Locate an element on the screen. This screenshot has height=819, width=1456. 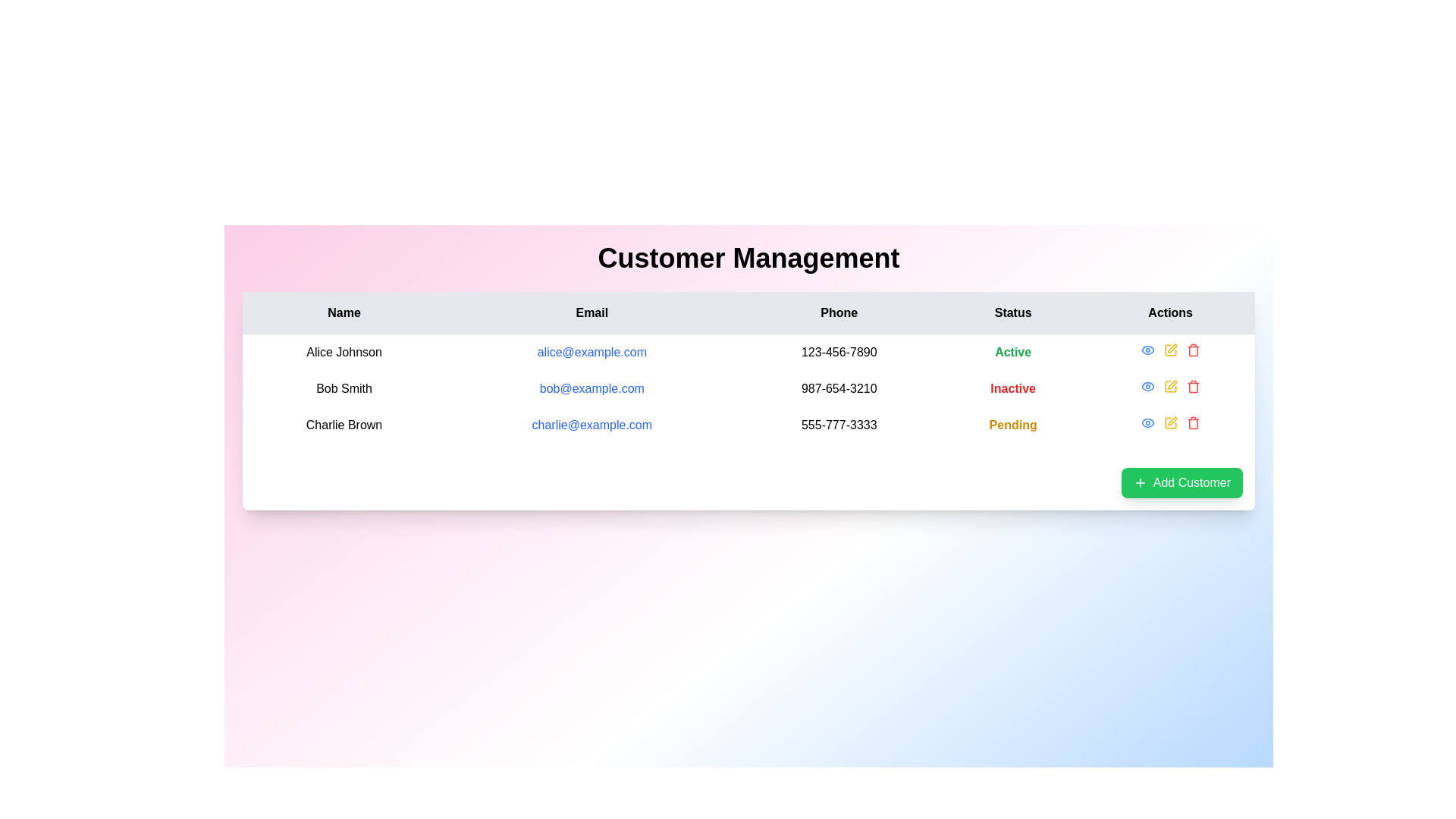
the yellow pencil icon is located at coordinates (1169, 350).